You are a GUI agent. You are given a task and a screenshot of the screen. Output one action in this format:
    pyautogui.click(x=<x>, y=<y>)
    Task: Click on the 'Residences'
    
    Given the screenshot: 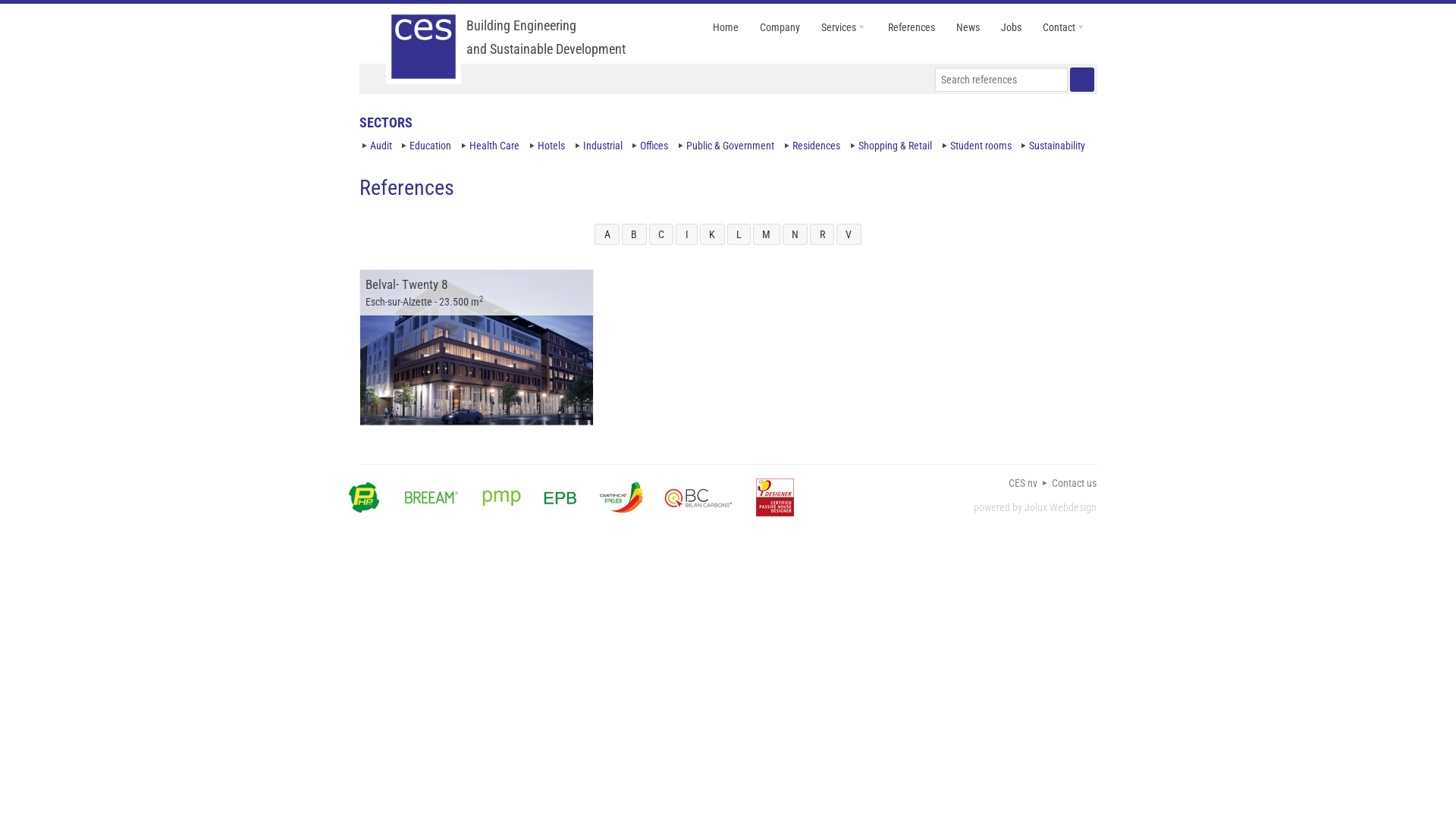 What is the action you would take?
    pyautogui.click(x=815, y=146)
    